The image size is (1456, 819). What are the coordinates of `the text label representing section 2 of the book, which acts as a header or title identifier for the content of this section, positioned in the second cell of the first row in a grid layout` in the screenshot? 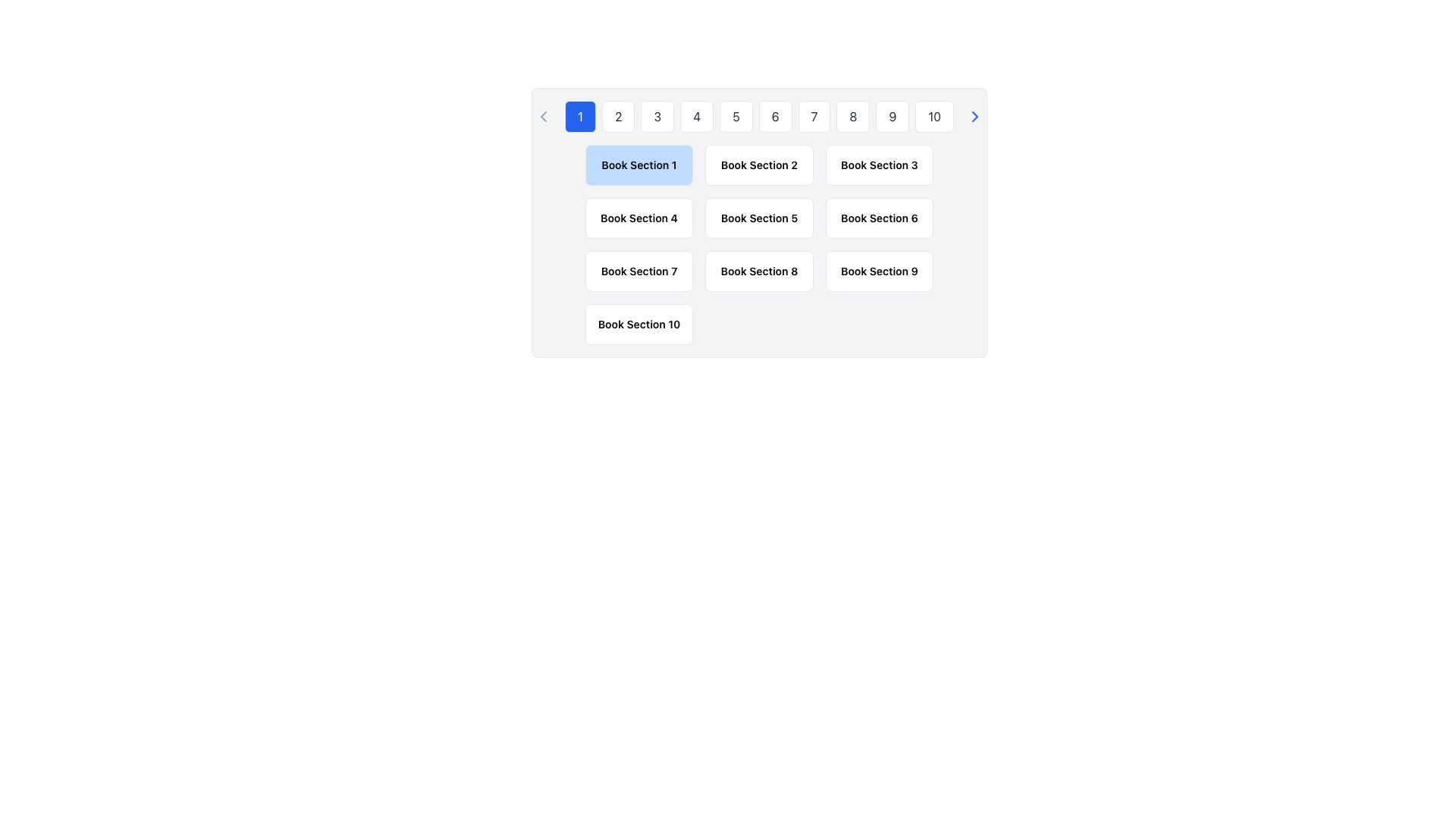 It's located at (759, 165).